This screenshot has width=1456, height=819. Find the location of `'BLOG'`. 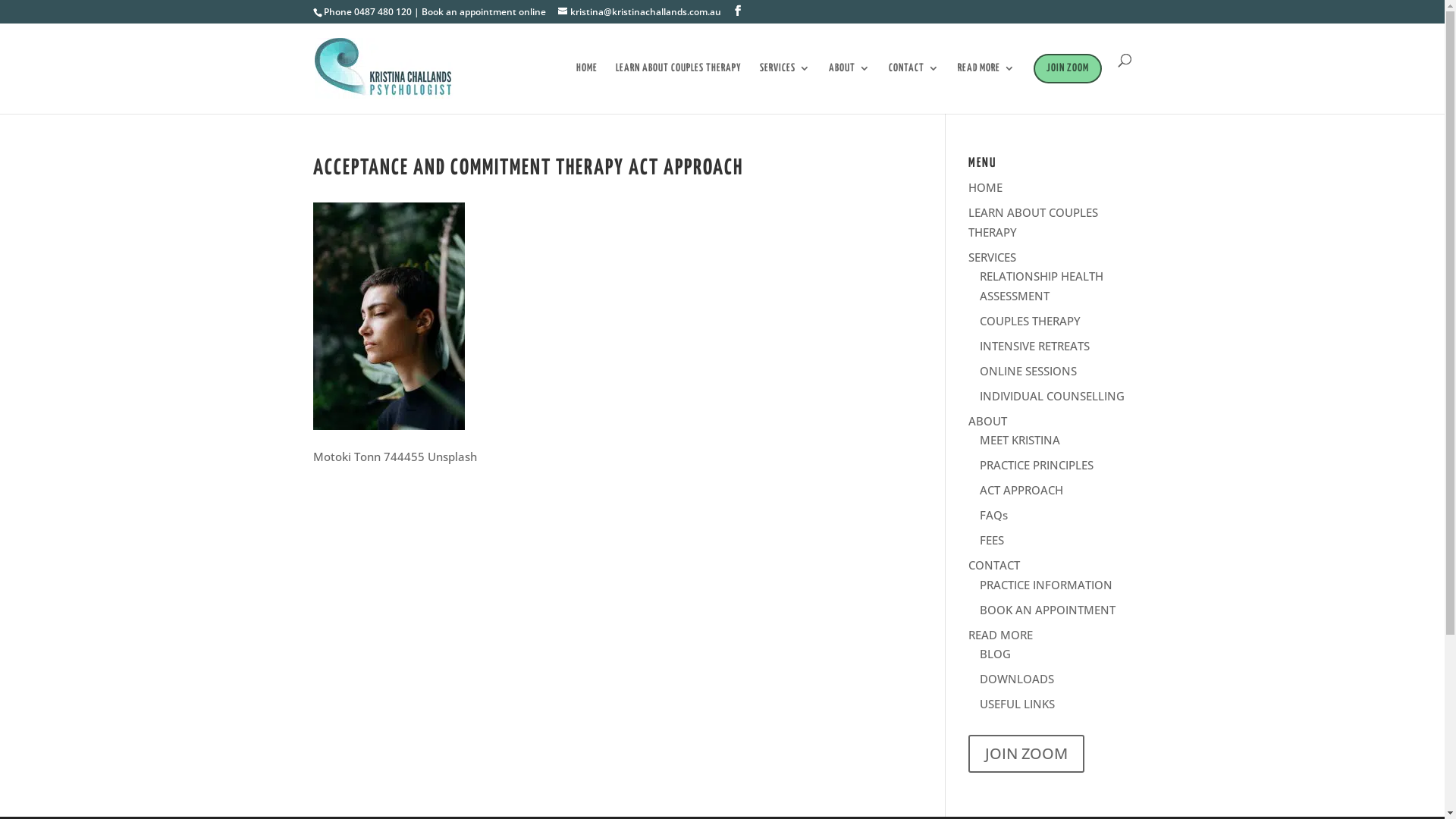

'BLOG' is located at coordinates (995, 652).